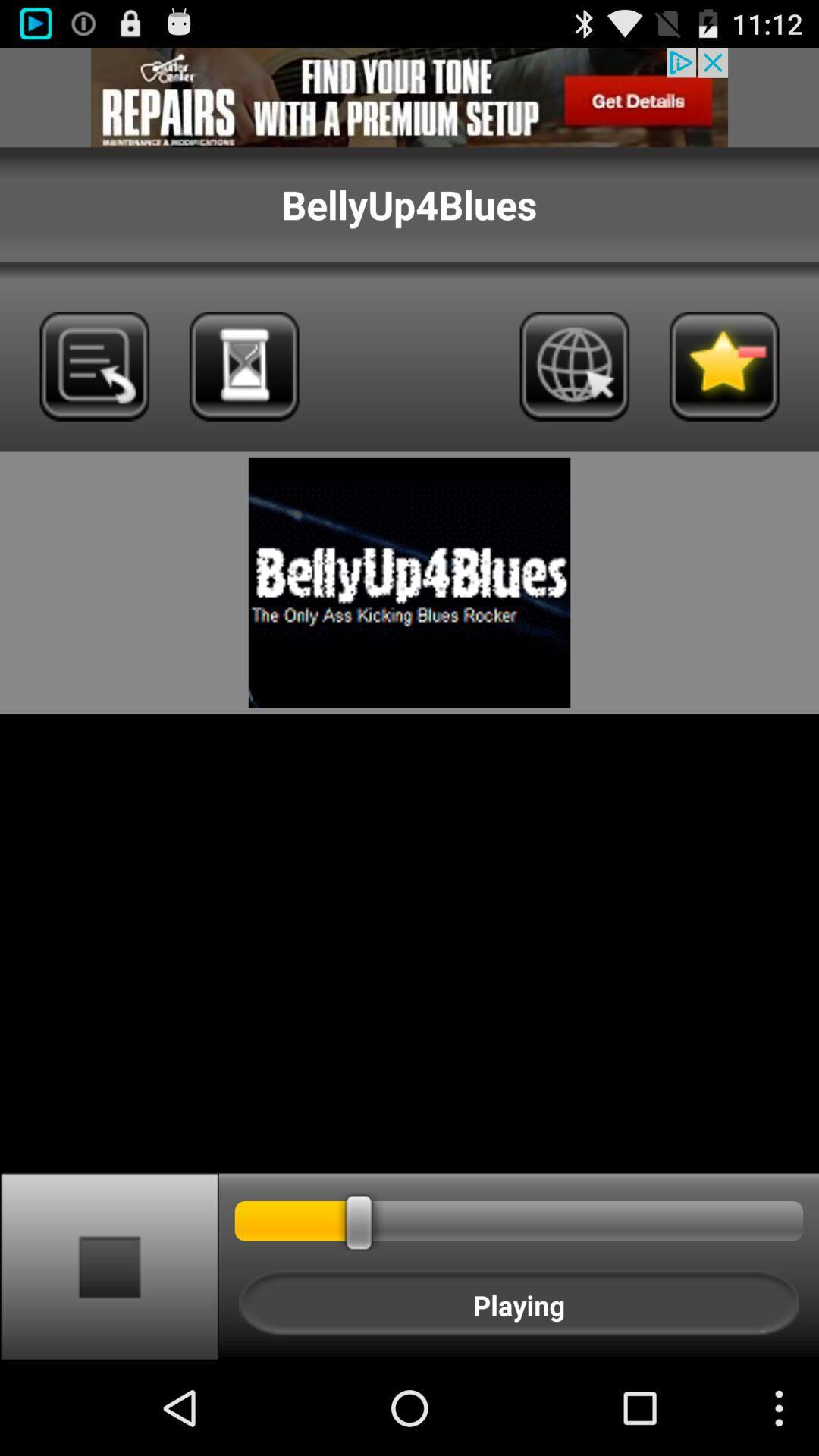 Image resolution: width=819 pixels, height=1456 pixels. Describe the element at coordinates (243, 366) in the screenshot. I see `alarm` at that location.